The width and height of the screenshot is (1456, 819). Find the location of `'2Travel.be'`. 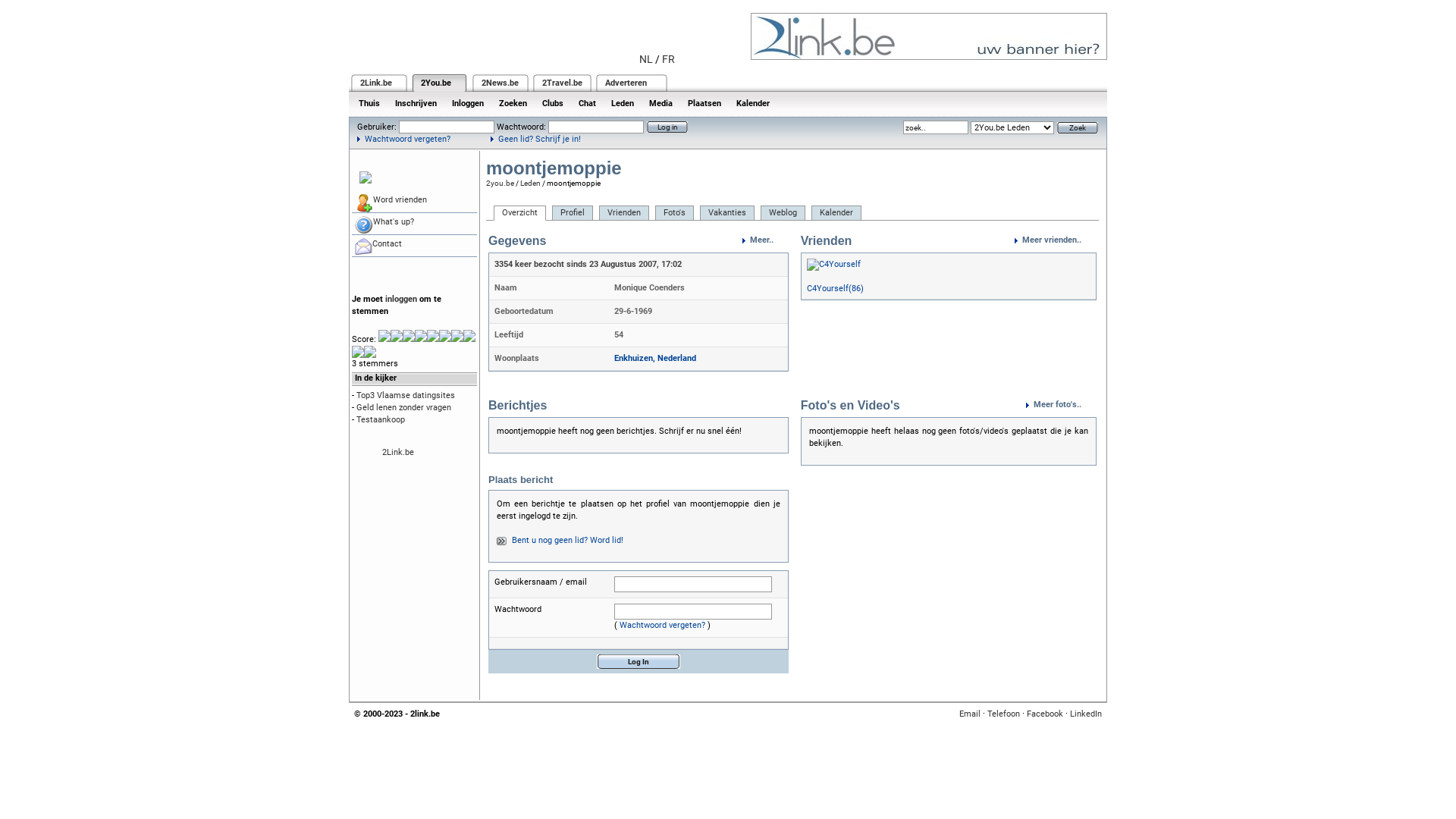

'2Travel.be' is located at coordinates (561, 83).